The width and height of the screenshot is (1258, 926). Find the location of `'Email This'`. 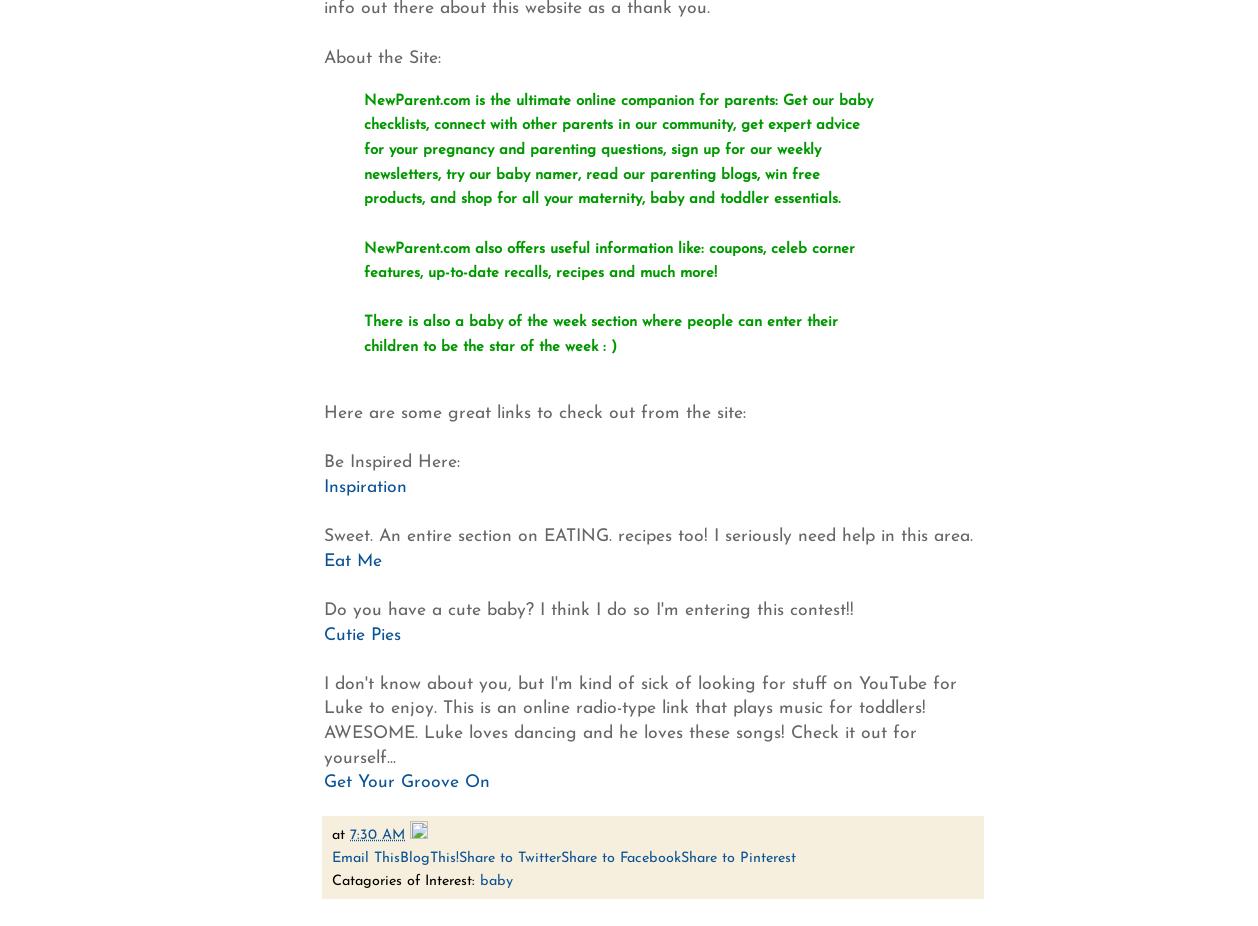

'Email This' is located at coordinates (364, 857).